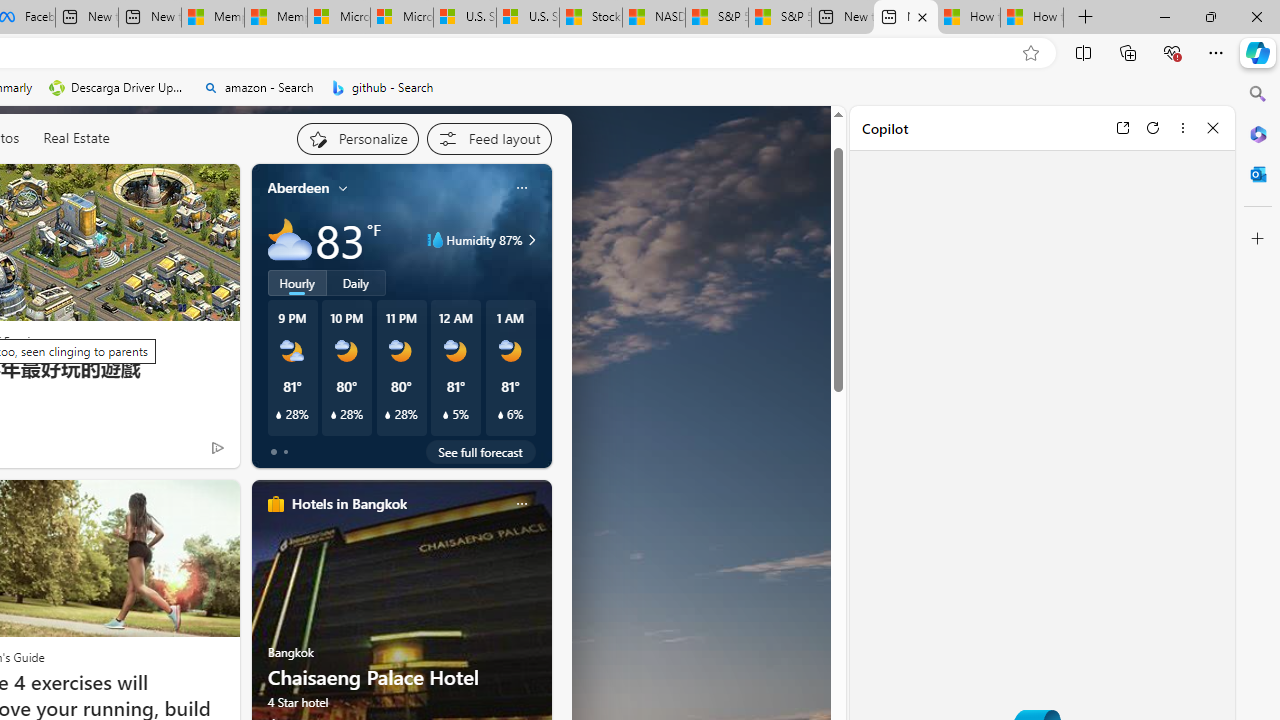  Describe the element at coordinates (343, 187) in the screenshot. I see `'My location'` at that location.